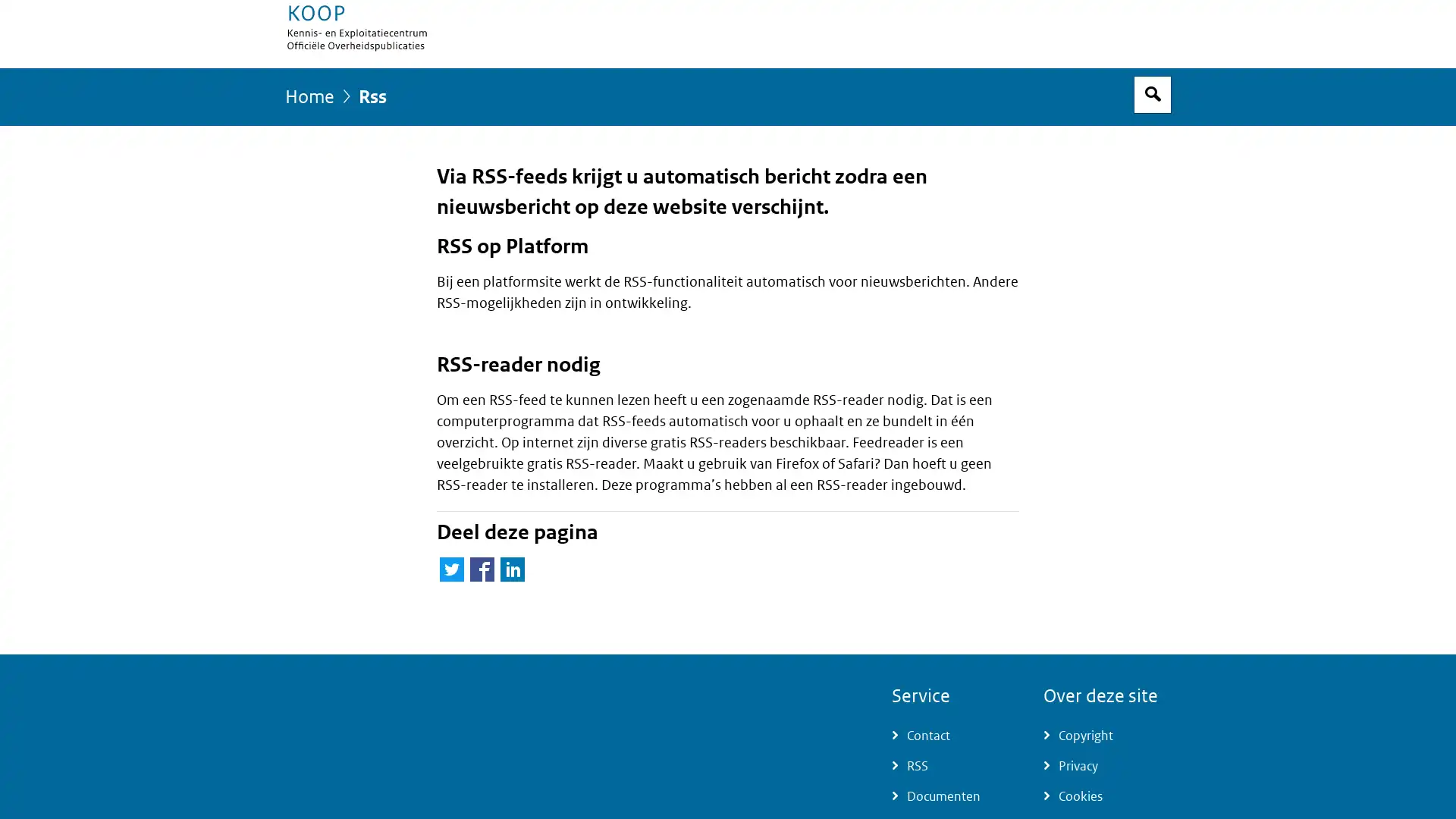 The image size is (1456, 819). I want to click on Open zoekveld, so click(1153, 94).